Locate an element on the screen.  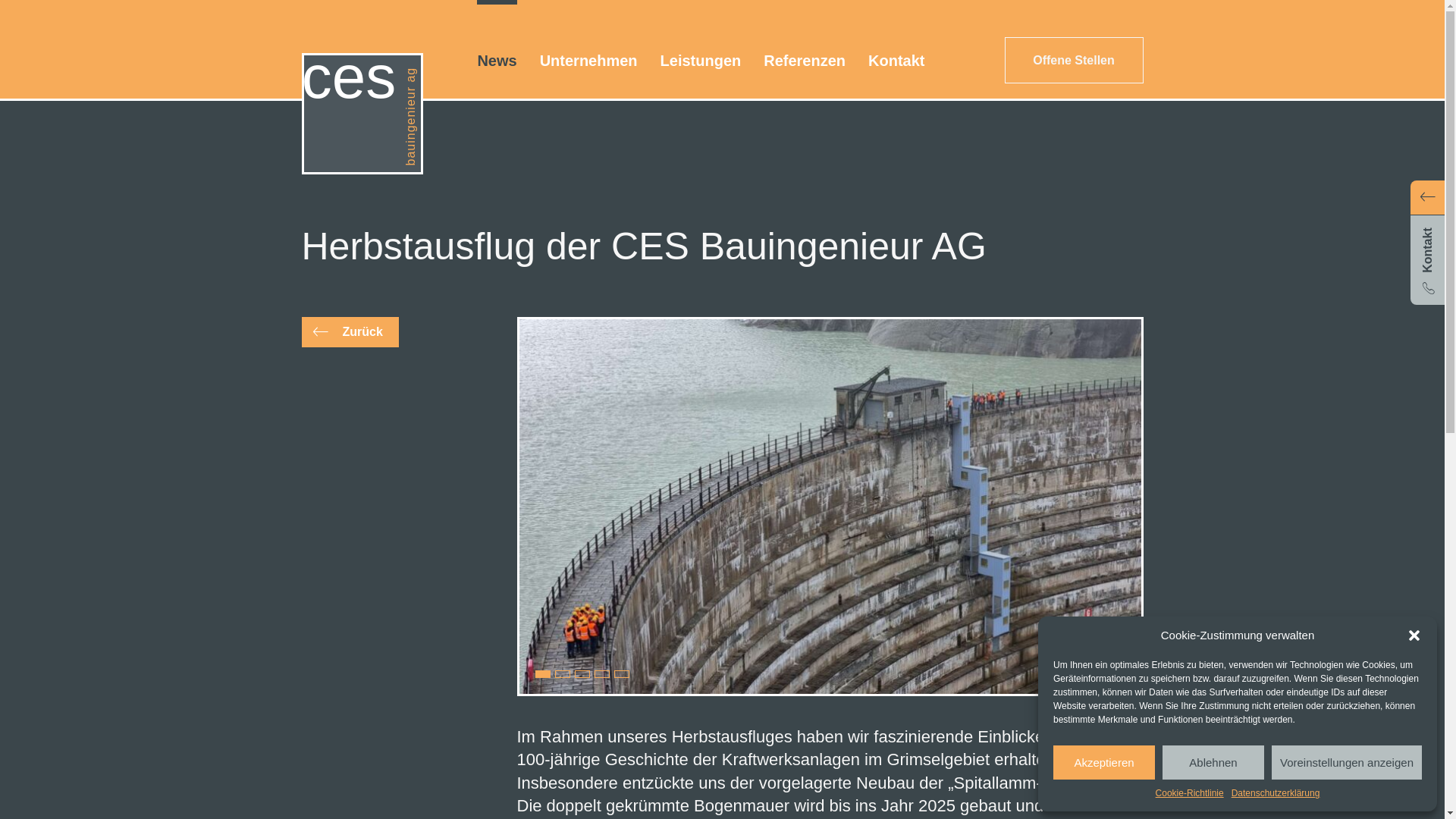
'5' is located at coordinates (622, 673).